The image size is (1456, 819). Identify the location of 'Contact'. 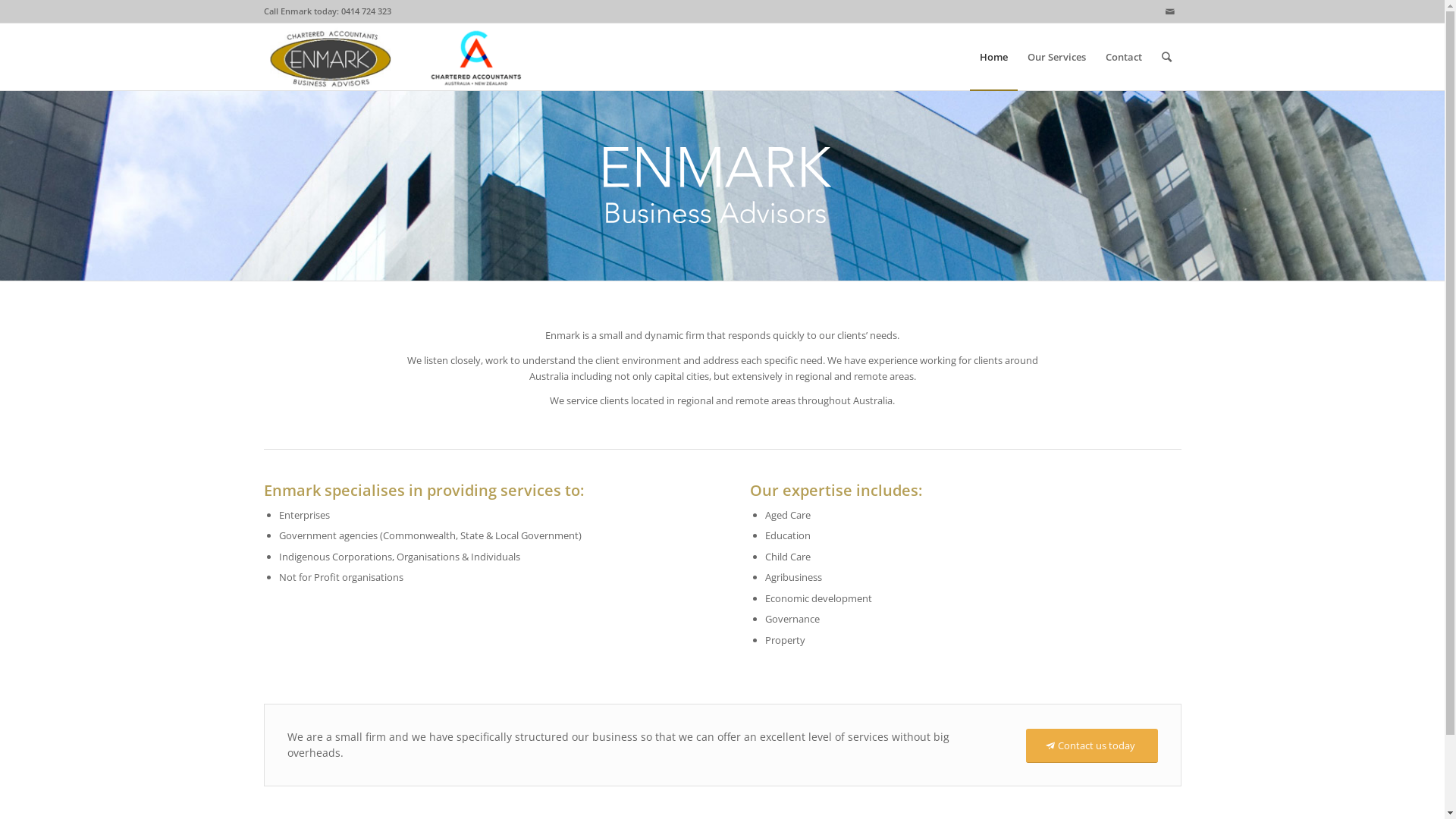
(1123, 55).